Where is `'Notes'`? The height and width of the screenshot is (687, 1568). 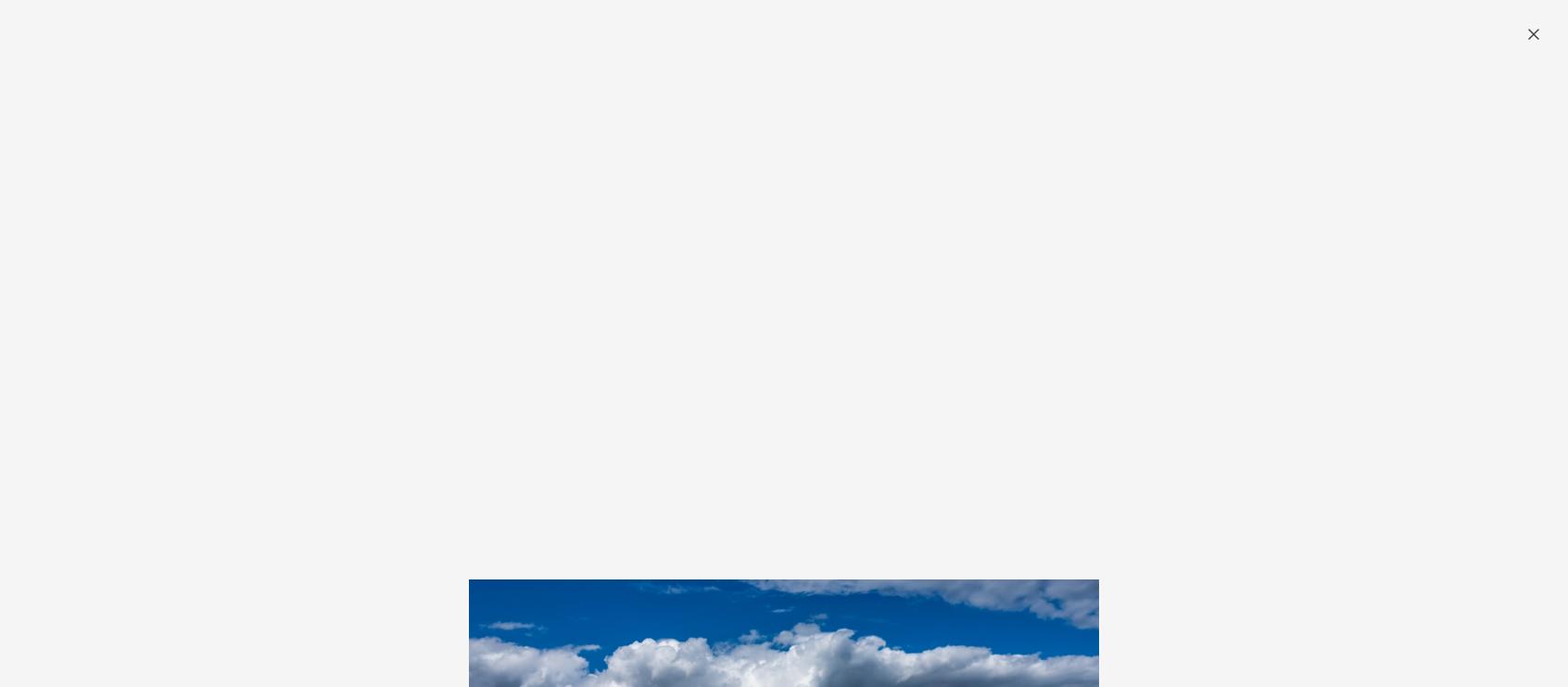 'Notes' is located at coordinates (751, 89).